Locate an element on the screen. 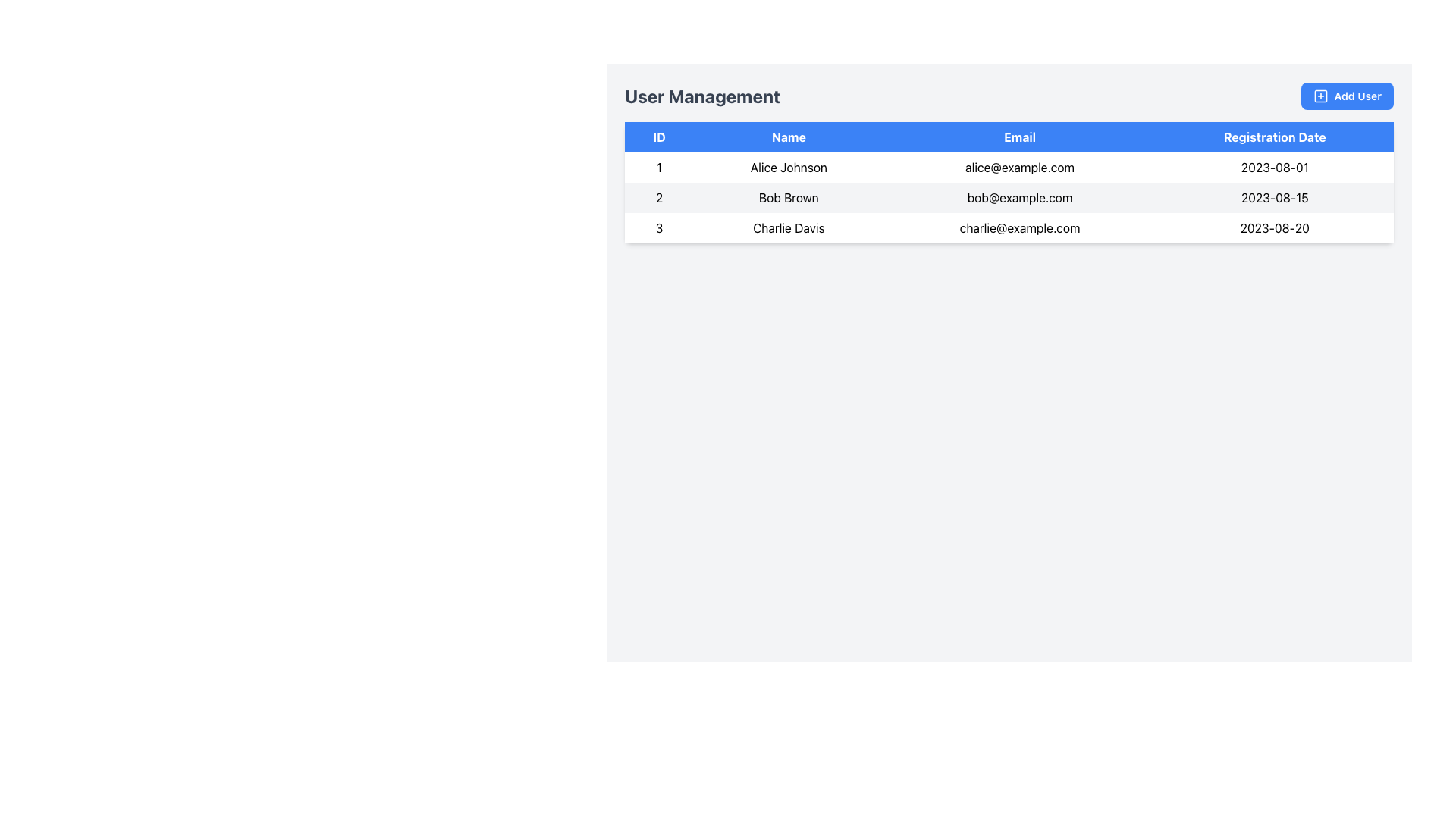 This screenshot has height=819, width=1456. the text field displaying the number '3' in the leftmost column of the table under the 'ID' header, which is in the third row containing details about 'Charlie Davis' is located at coordinates (659, 227).